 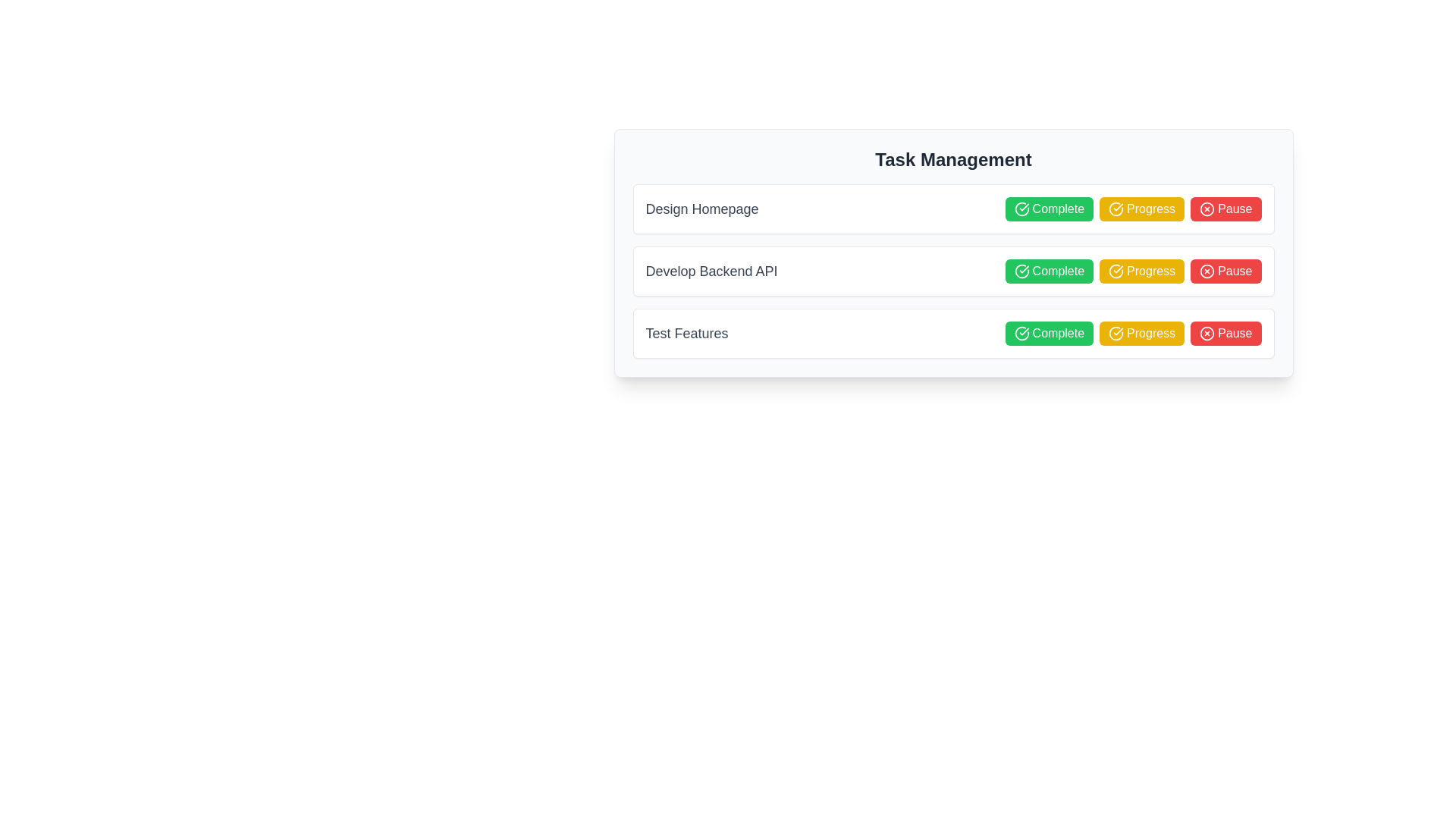 I want to click on the 'Progress' button, the middle button in a row of three buttons labeled 'Complete', 'Progress', and 'Pause', so click(x=1133, y=209).